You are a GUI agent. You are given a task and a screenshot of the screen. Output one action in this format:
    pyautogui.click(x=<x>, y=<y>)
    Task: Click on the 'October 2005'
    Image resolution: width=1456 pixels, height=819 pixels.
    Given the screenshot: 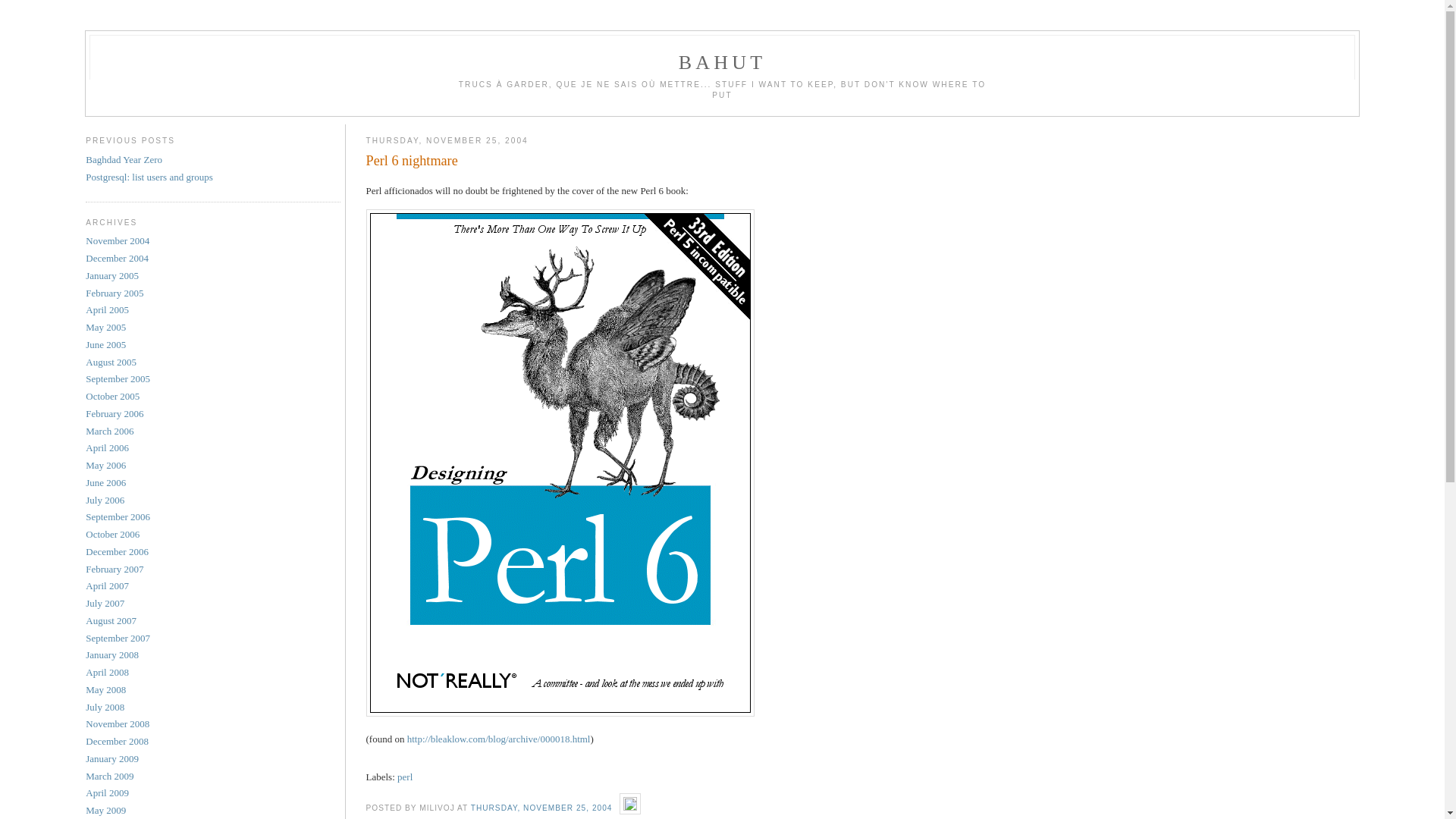 What is the action you would take?
    pyautogui.click(x=111, y=395)
    